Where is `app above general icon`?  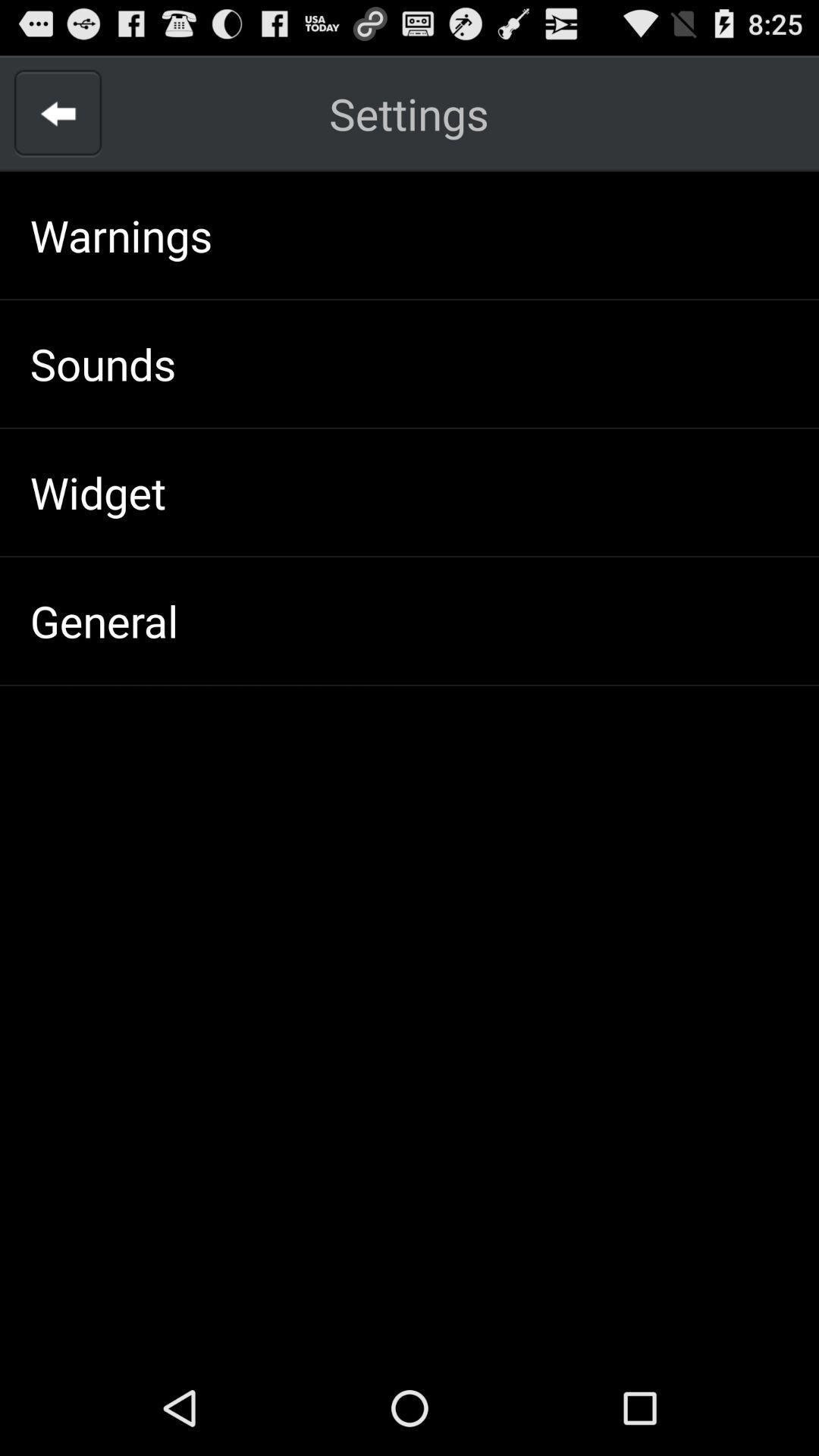
app above general icon is located at coordinates (98, 492).